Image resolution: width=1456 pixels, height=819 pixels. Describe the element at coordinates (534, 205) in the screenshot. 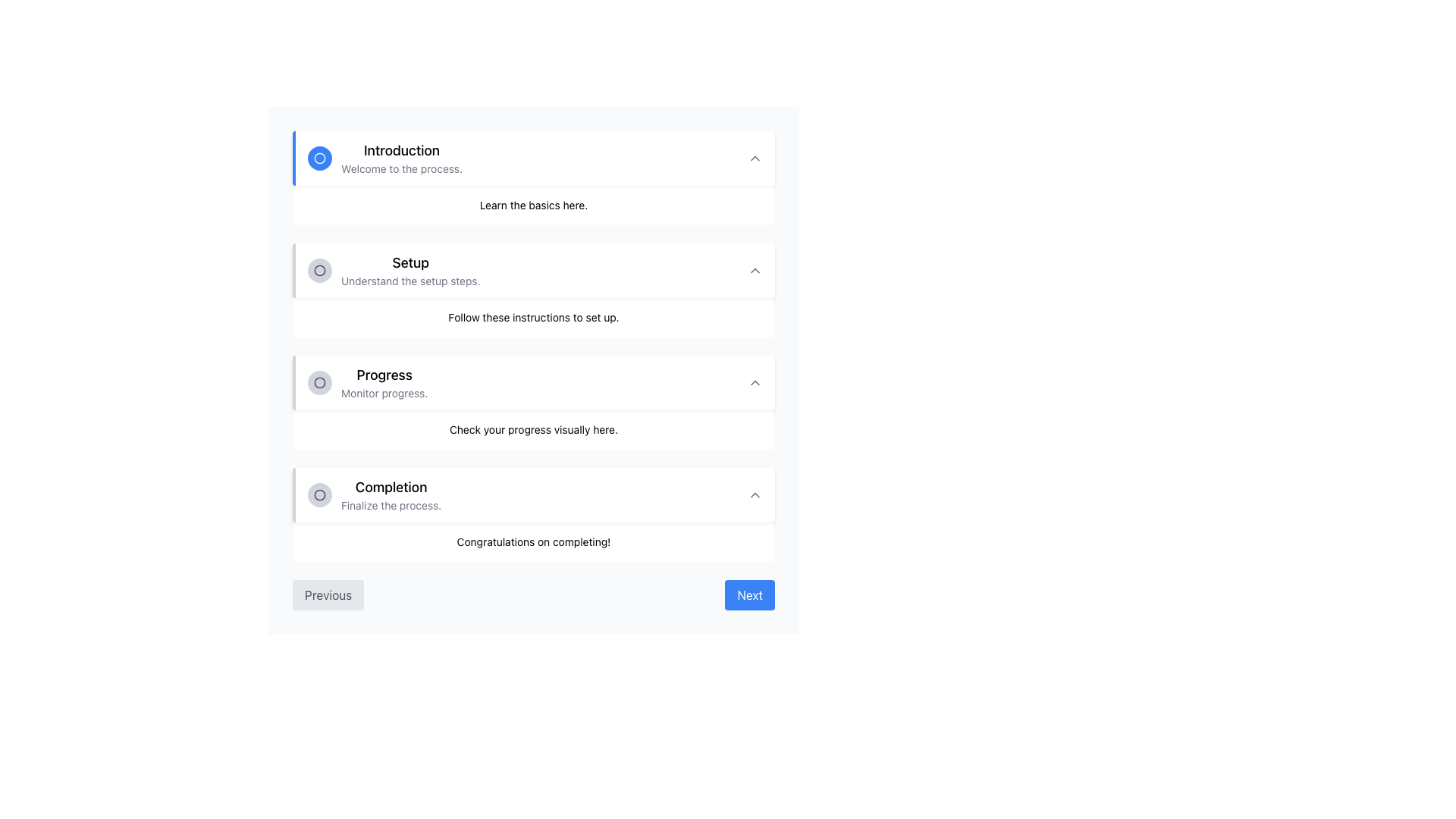

I see `the Static Text Block that says 'Learn the basics here.' which is centrally located below the 'Introduction' section` at that location.